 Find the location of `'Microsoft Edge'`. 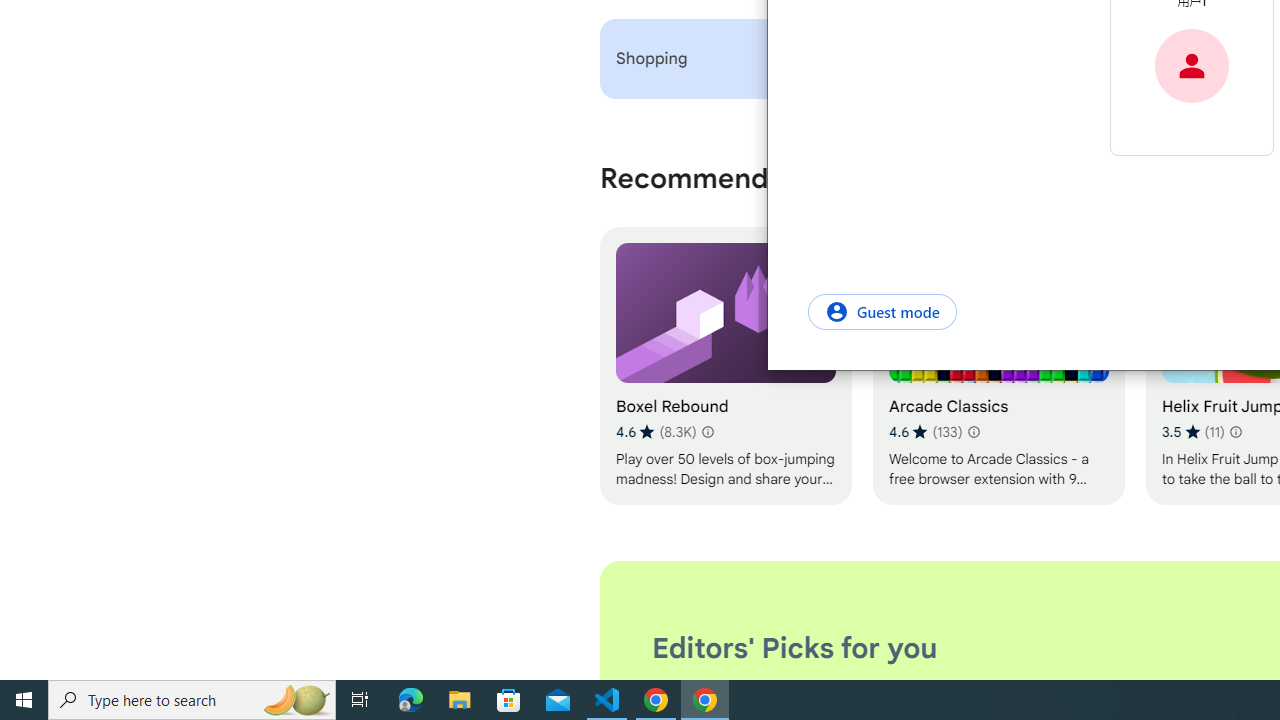

'Microsoft Edge' is located at coordinates (410, 698).